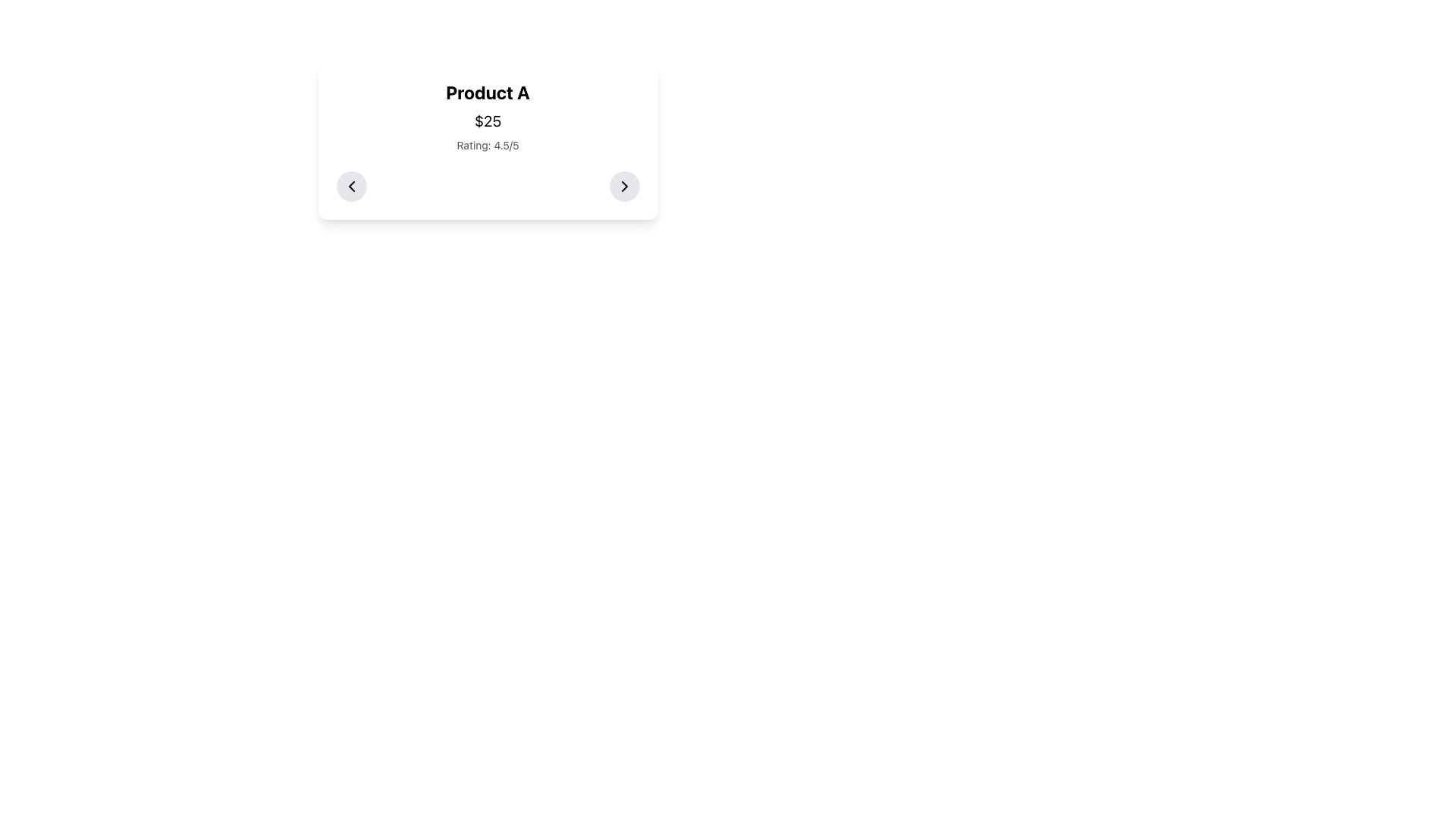 This screenshot has height=819, width=1456. What do you see at coordinates (624, 186) in the screenshot?
I see `the circular button with a light gray background and a black chevron pointing to the right` at bounding box center [624, 186].